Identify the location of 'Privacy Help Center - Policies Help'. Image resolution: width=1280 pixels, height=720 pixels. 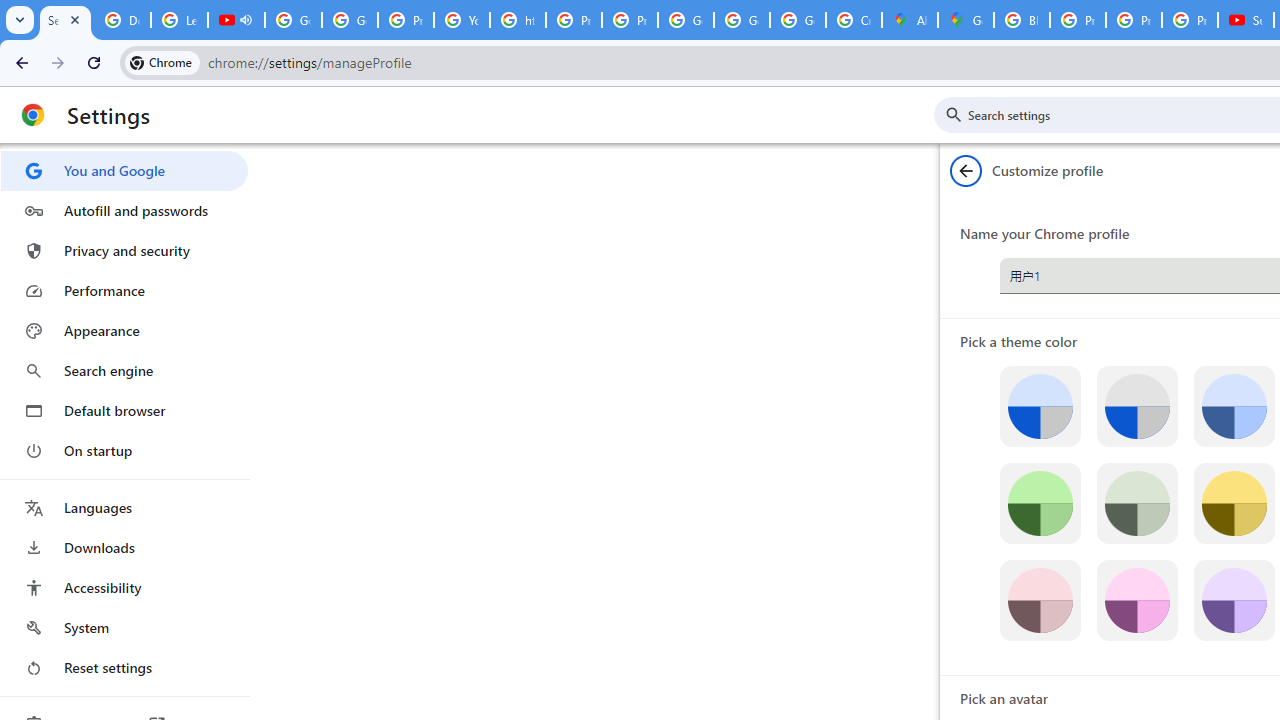
(1076, 20).